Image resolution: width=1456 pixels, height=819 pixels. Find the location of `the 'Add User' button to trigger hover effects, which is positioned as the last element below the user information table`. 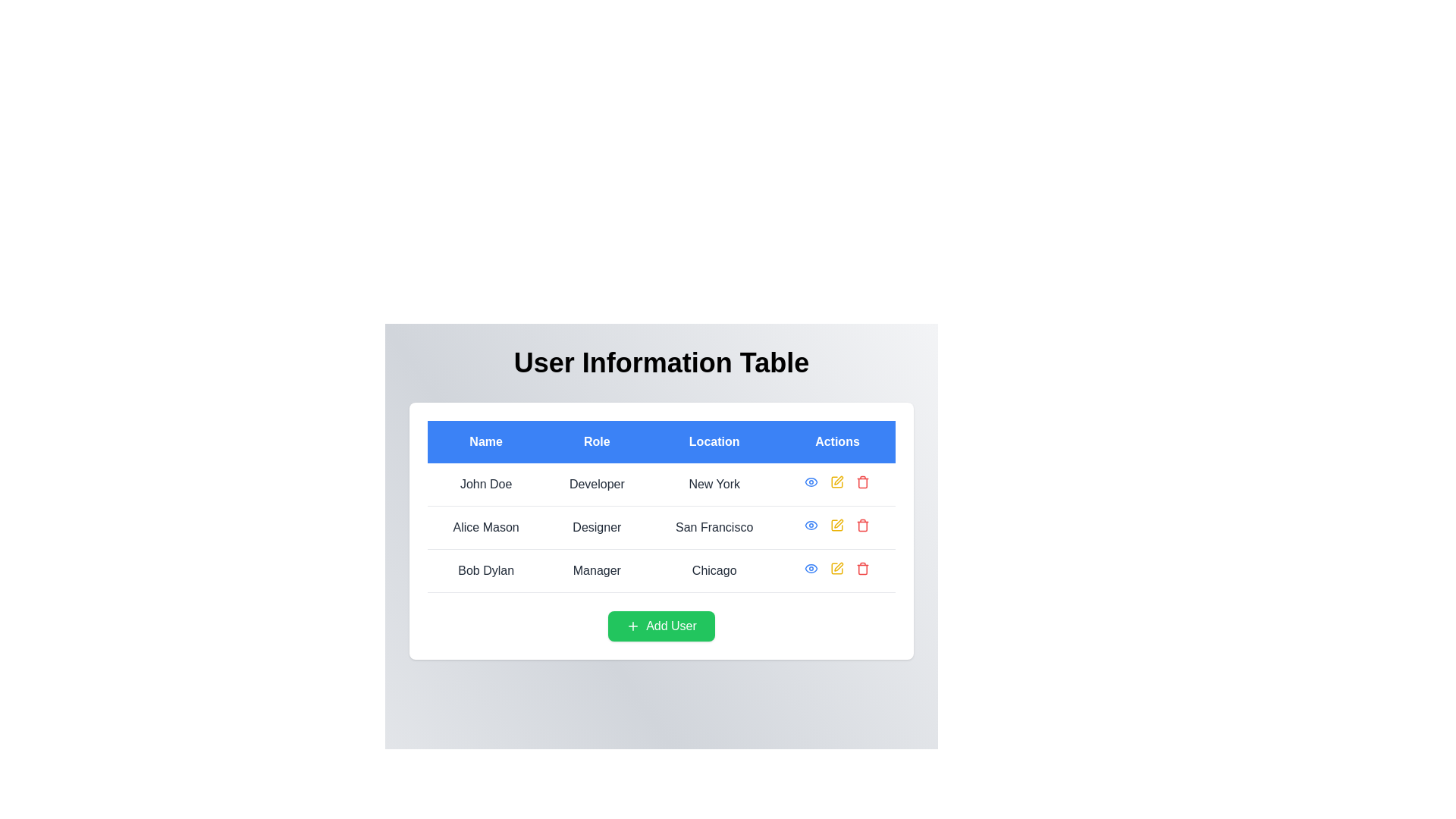

the 'Add User' button to trigger hover effects, which is positioned as the last element below the user information table is located at coordinates (661, 626).